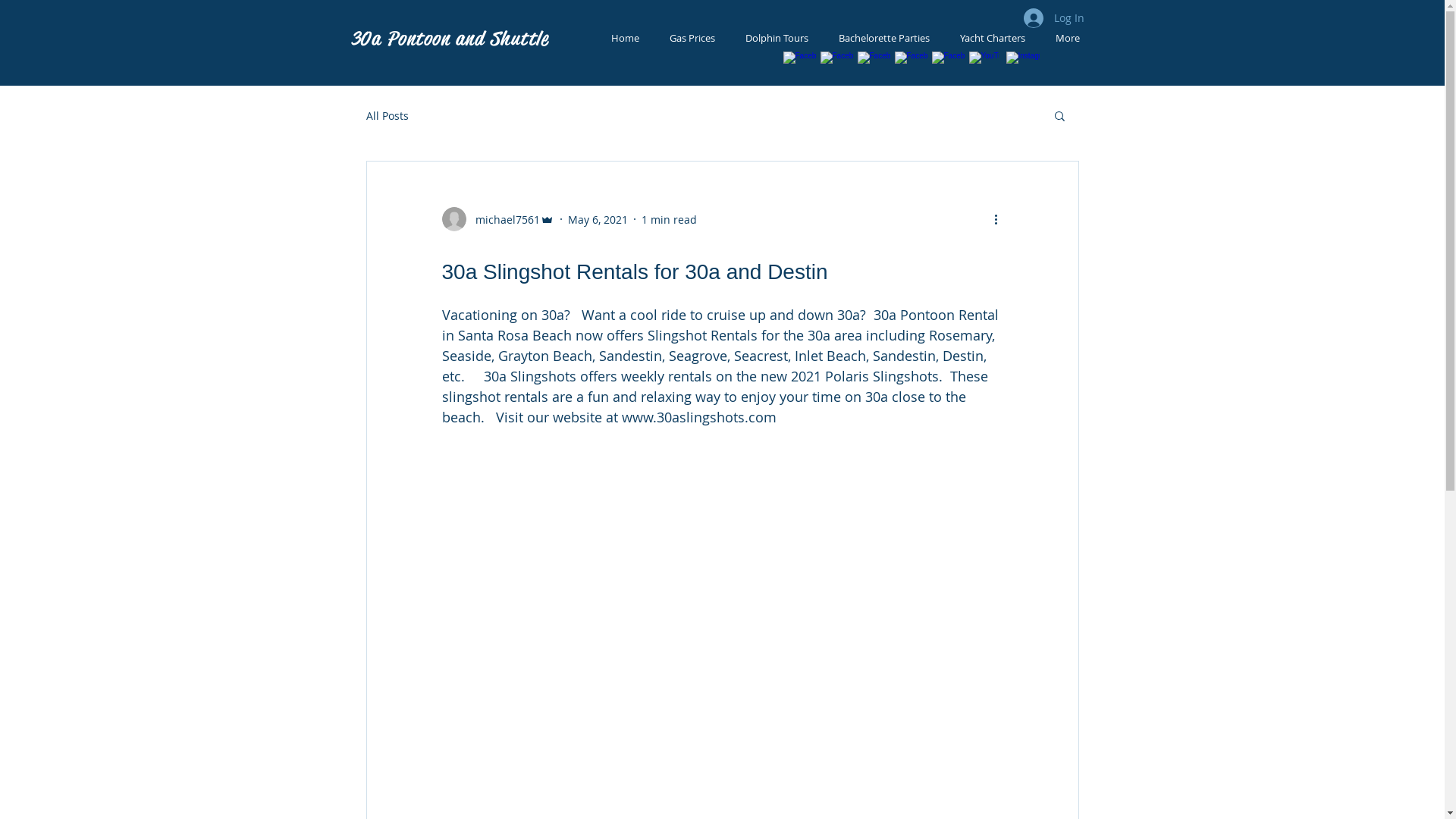 This screenshot has width=1456, height=819. Describe the element at coordinates (729, 37) in the screenshot. I see `'Dolphin Tours'` at that location.